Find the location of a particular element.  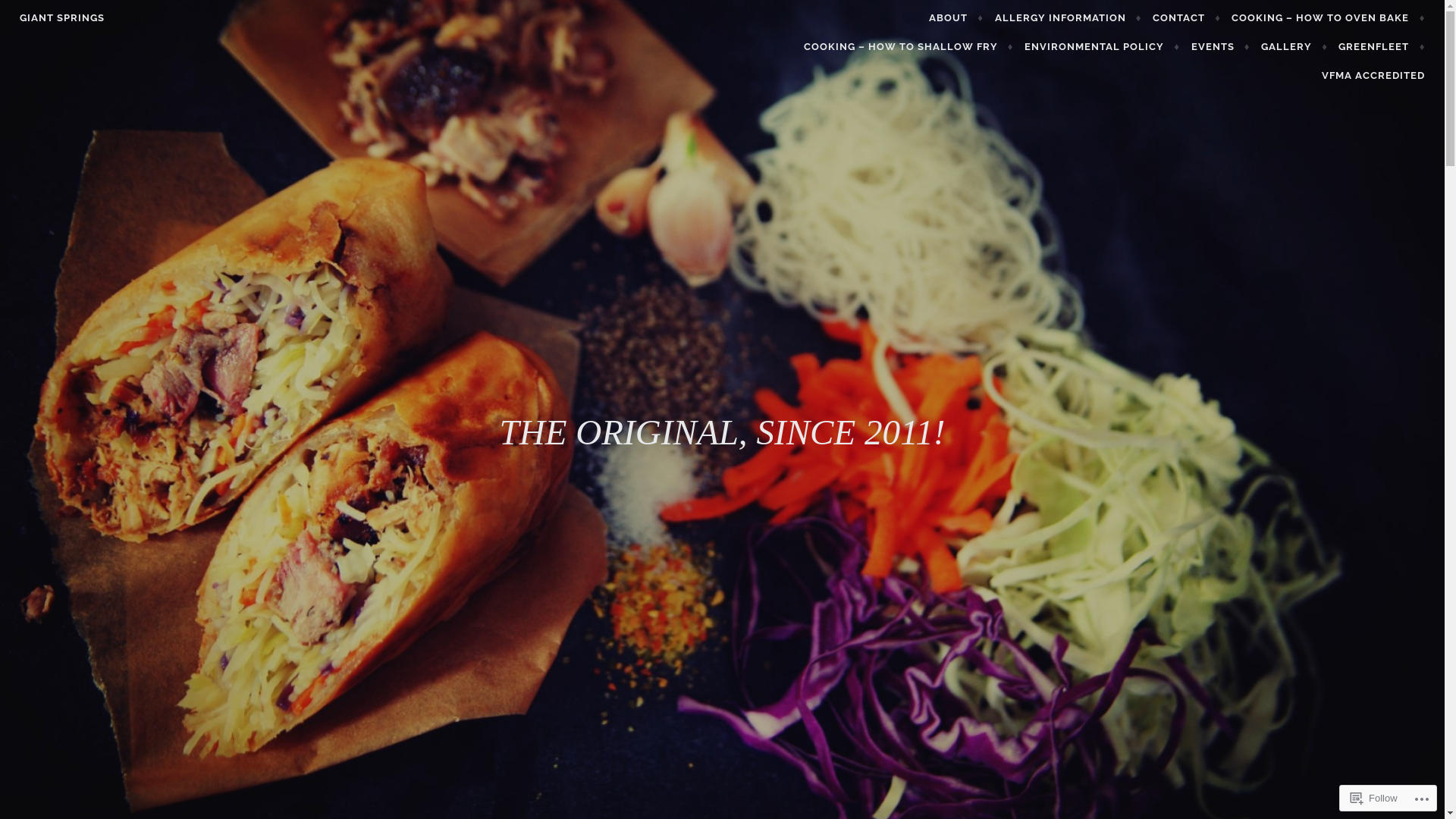

'GREENFLEET' is located at coordinates (1382, 45).